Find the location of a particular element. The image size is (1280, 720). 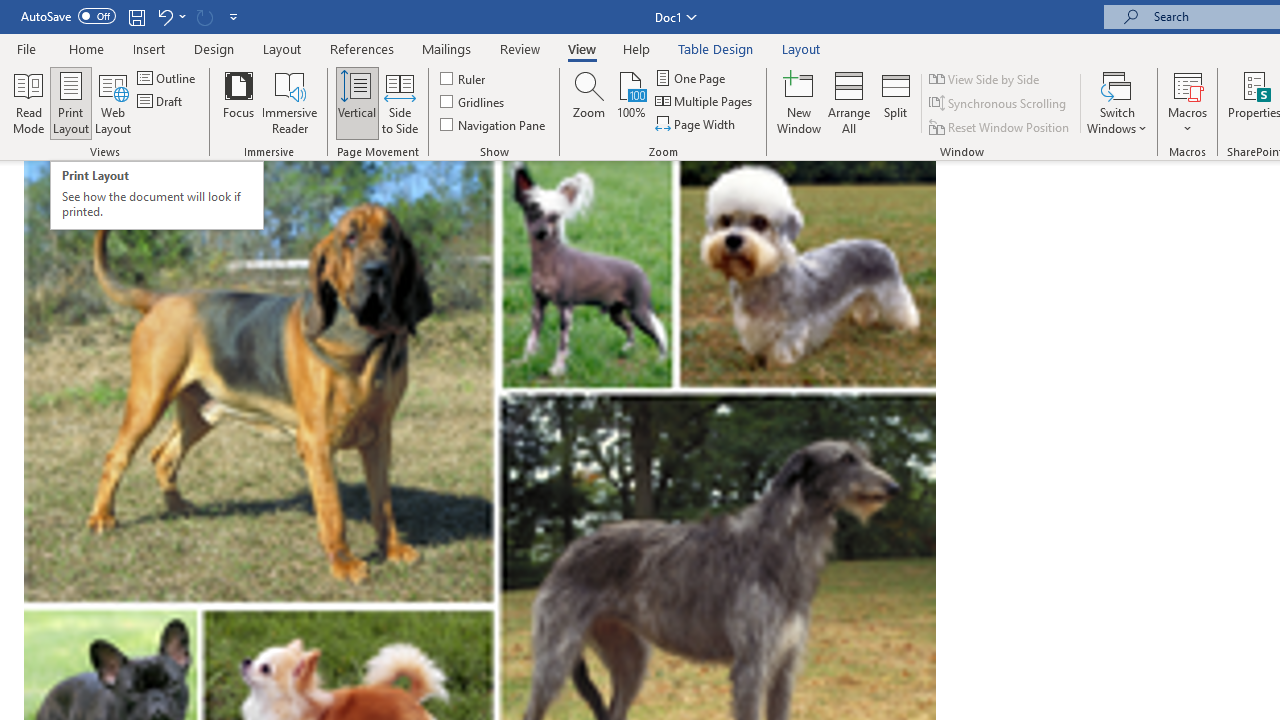

'One Page' is located at coordinates (691, 77).